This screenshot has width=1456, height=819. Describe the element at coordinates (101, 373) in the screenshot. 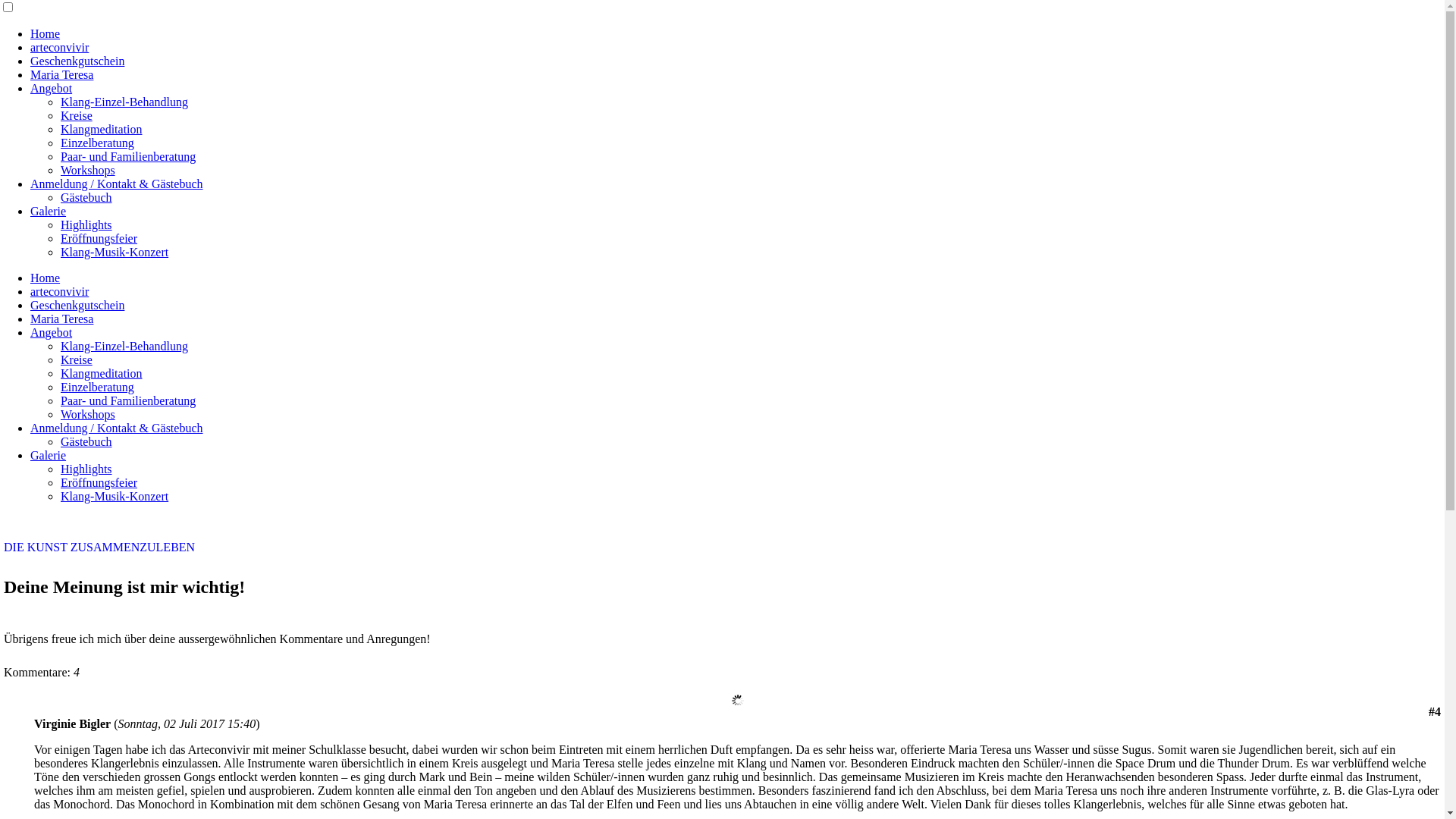

I see `'Klangmeditation'` at that location.